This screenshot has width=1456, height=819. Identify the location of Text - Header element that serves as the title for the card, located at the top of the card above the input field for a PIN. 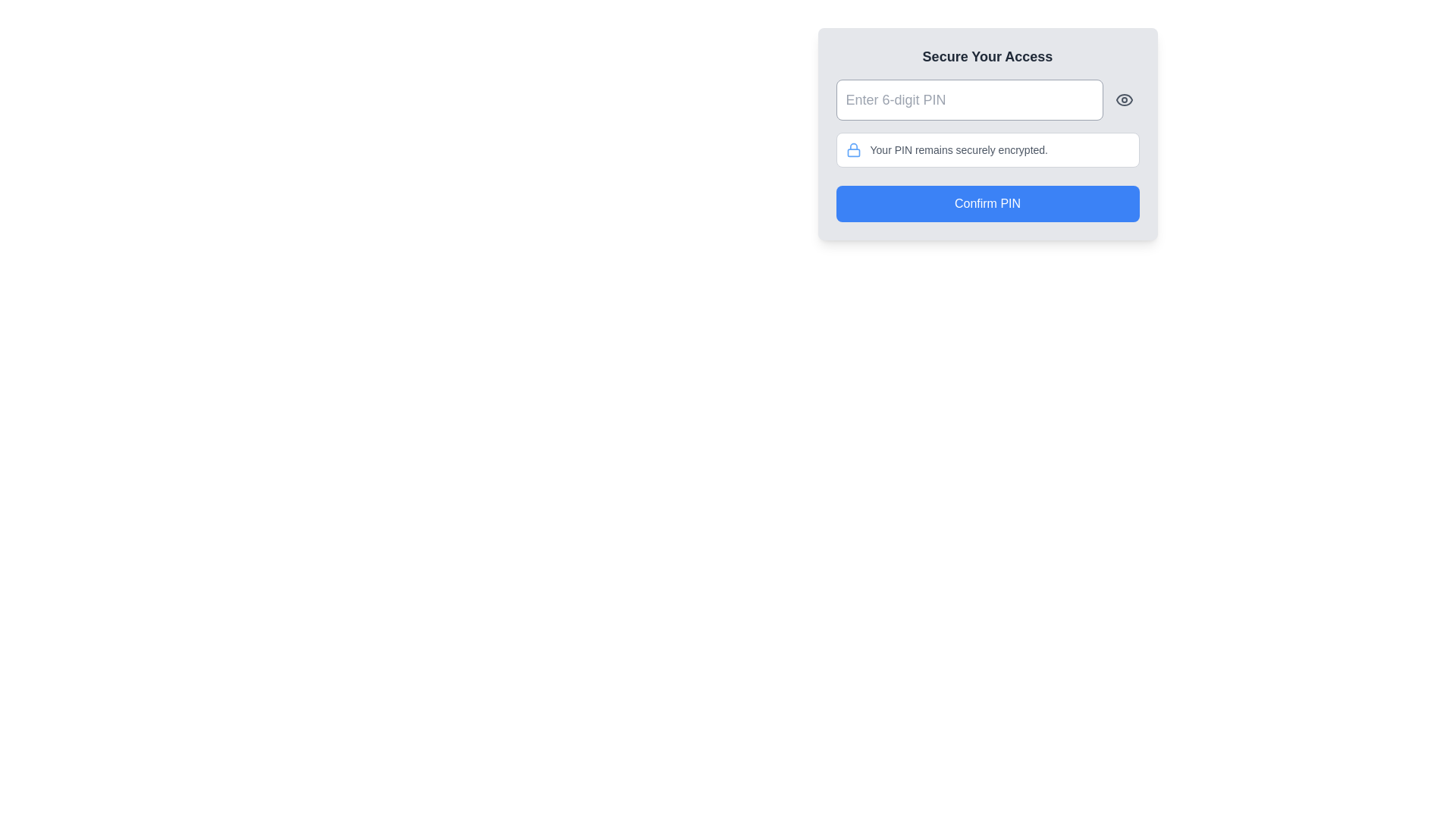
(987, 55).